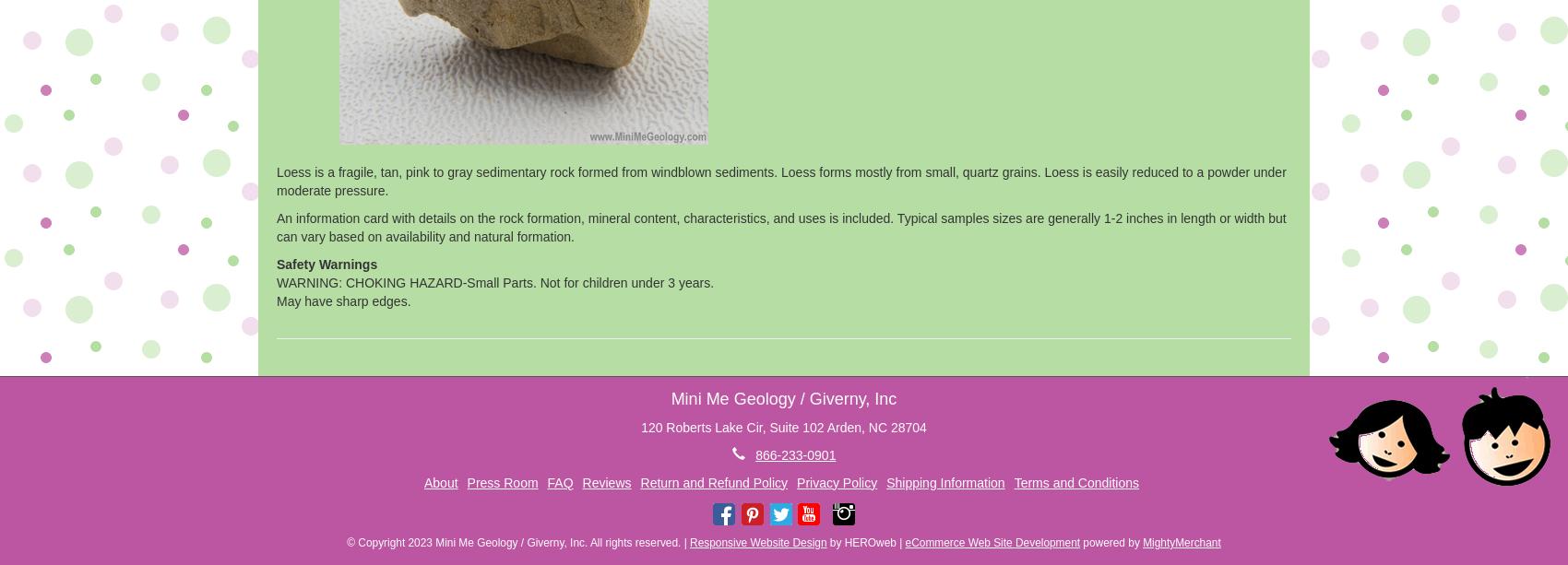  I want to click on 'Loess is a fragile, tan, pink to gray sedimentary rock formed from windblown sediments. Loess forms mostly from small, quartz grains. Loess is easily reduced to a powder under moderate pressure.', so click(779, 179).